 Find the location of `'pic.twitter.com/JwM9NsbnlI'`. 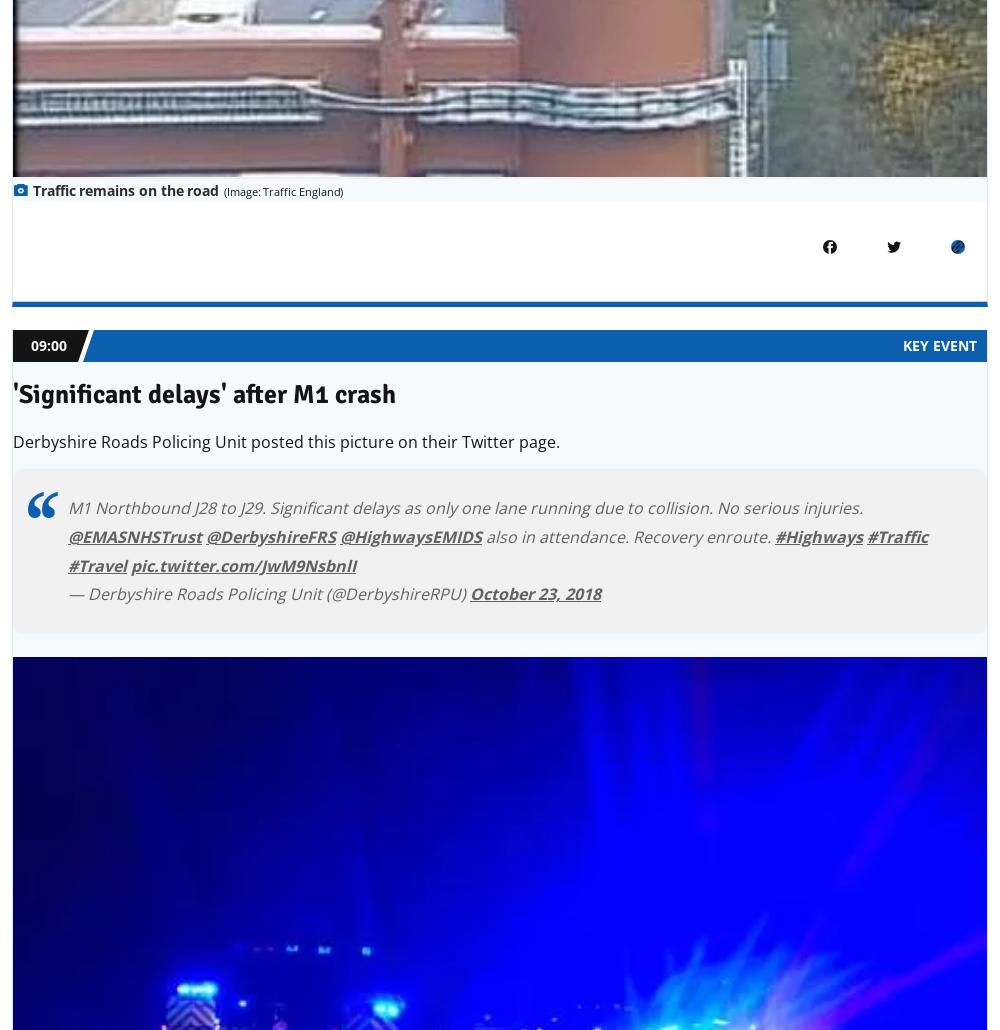

'pic.twitter.com/JwM9NsbnlI' is located at coordinates (242, 564).